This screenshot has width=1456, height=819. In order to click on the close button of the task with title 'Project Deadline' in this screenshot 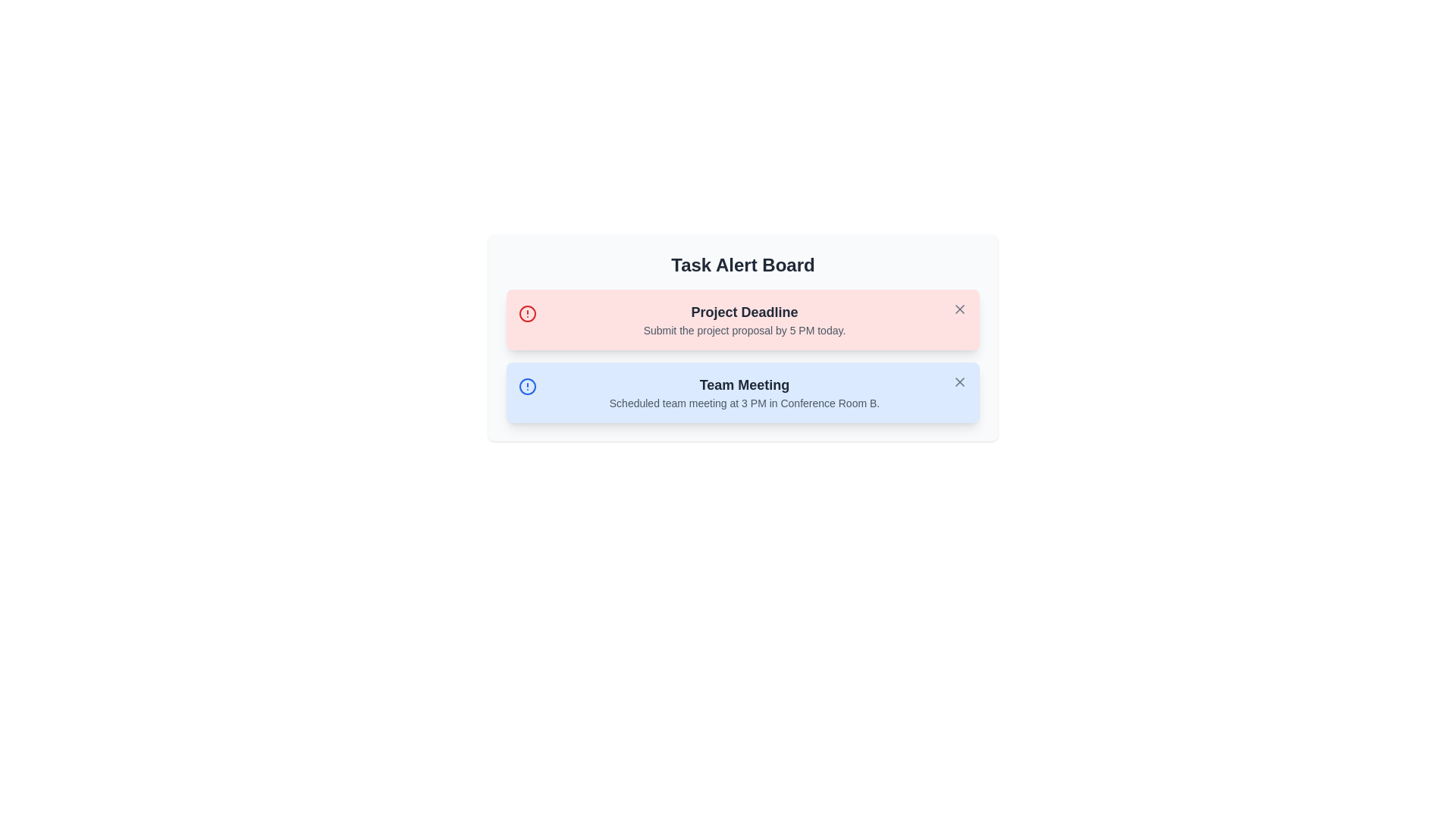, I will do `click(959, 309)`.